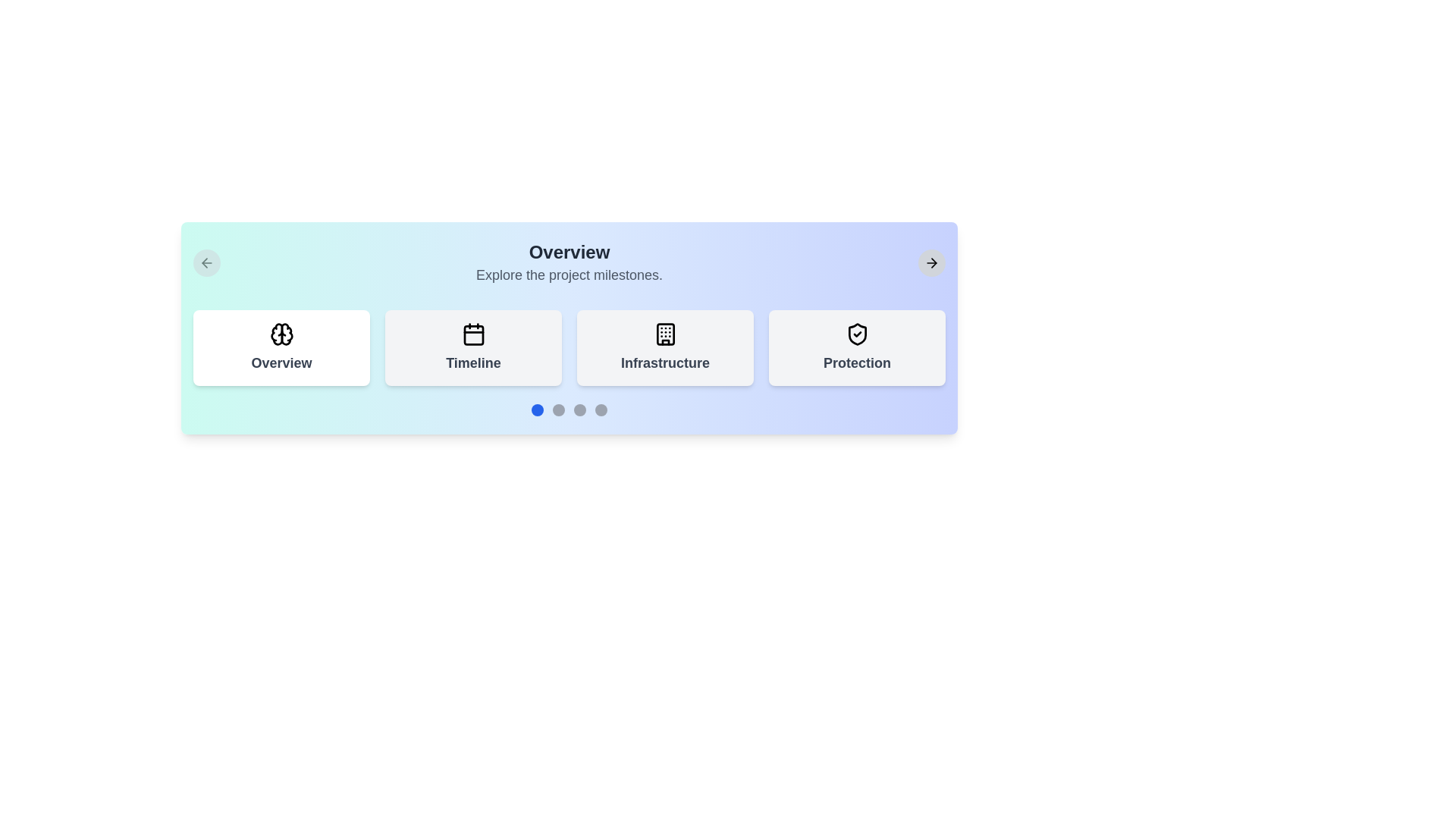 The image size is (1456, 819). Describe the element at coordinates (665, 333) in the screenshot. I see `the Icon representing a building, which is located in the third card of a four-card interface under the heading 'Infrastructure'` at that location.